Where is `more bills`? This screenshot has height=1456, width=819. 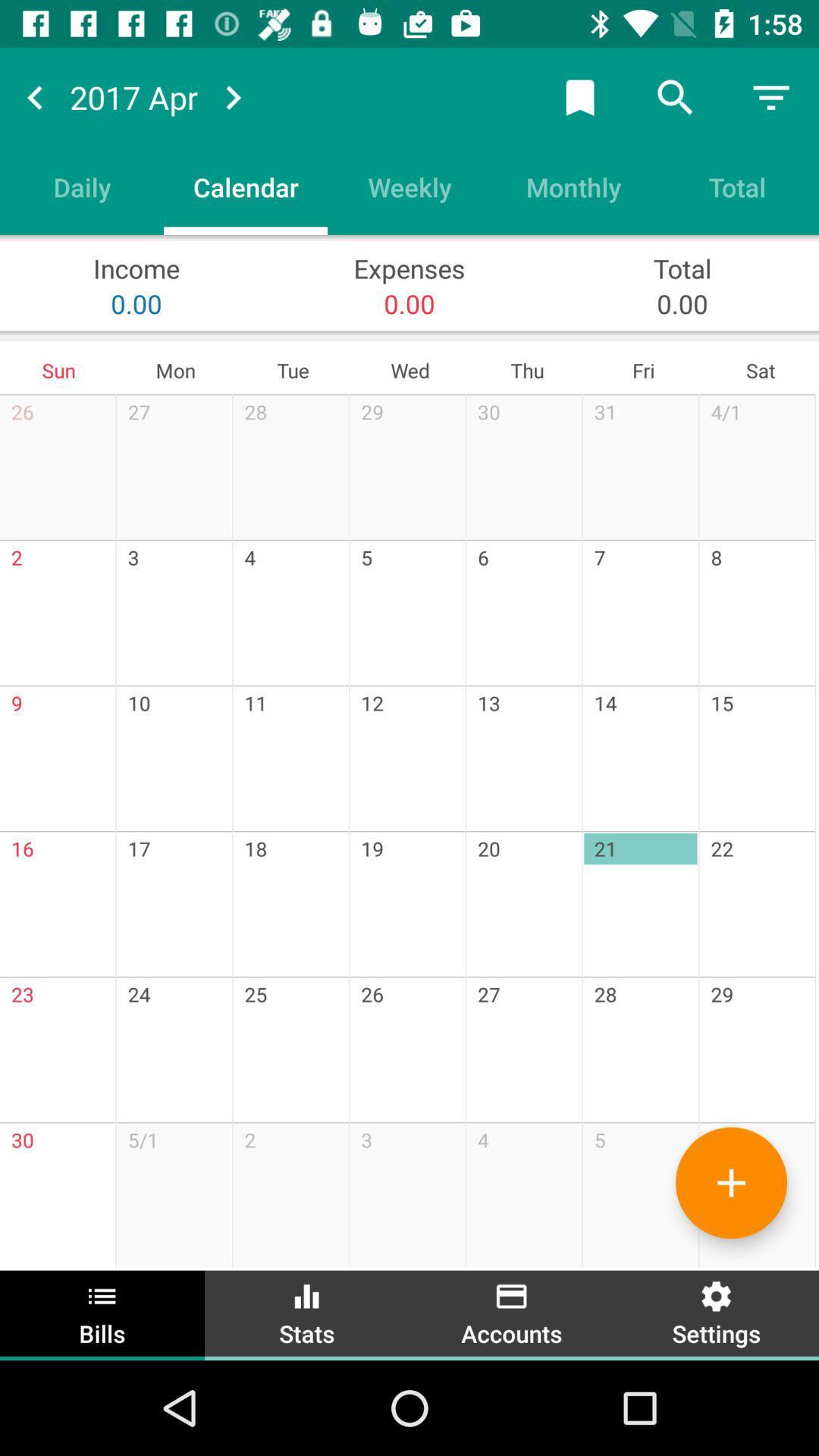 more bills is located at coordinates (730, 1182).